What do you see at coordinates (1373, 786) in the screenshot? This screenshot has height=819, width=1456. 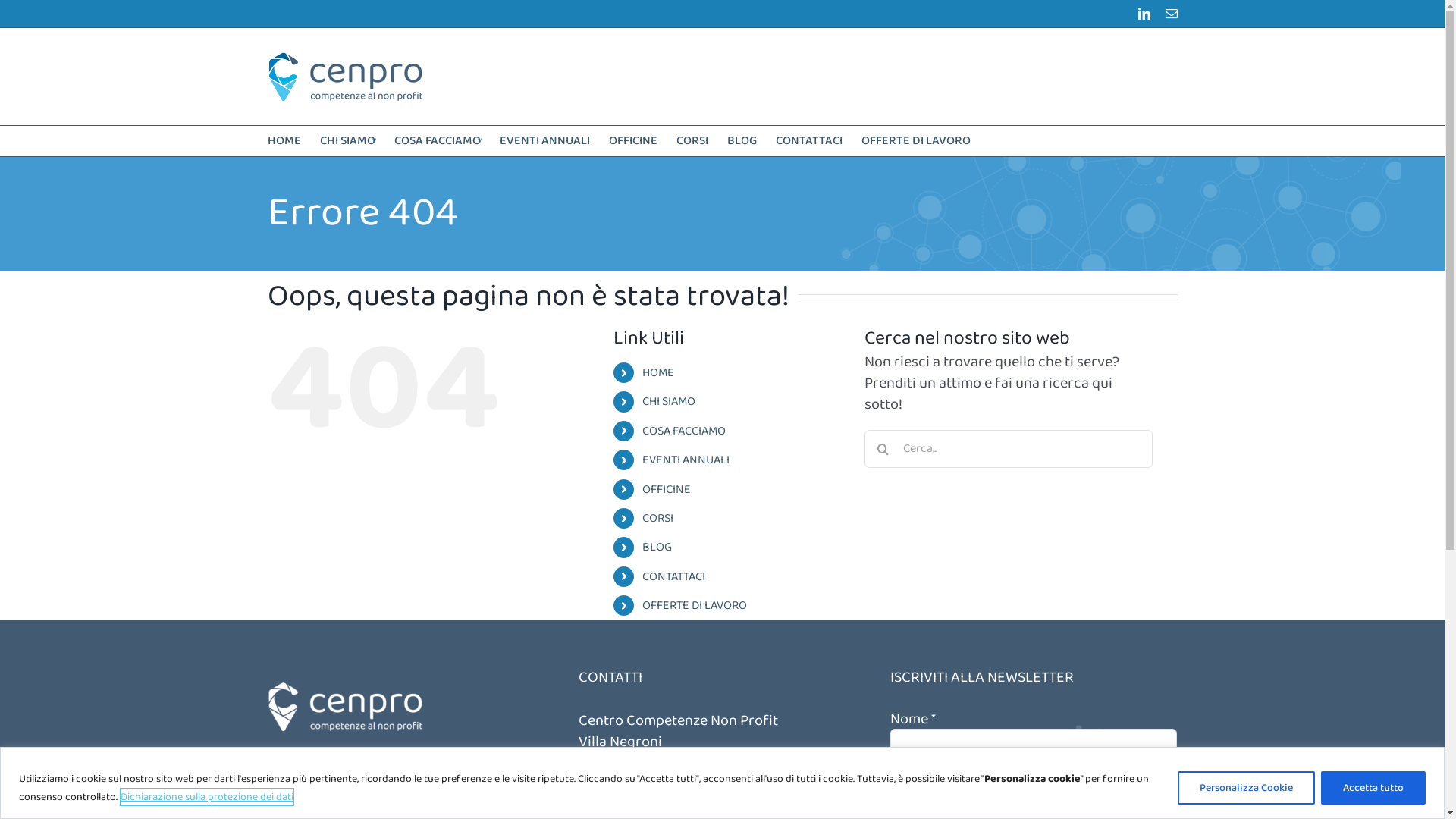 I see `'Accetta tutto'` at bounding box center [1373, 786].